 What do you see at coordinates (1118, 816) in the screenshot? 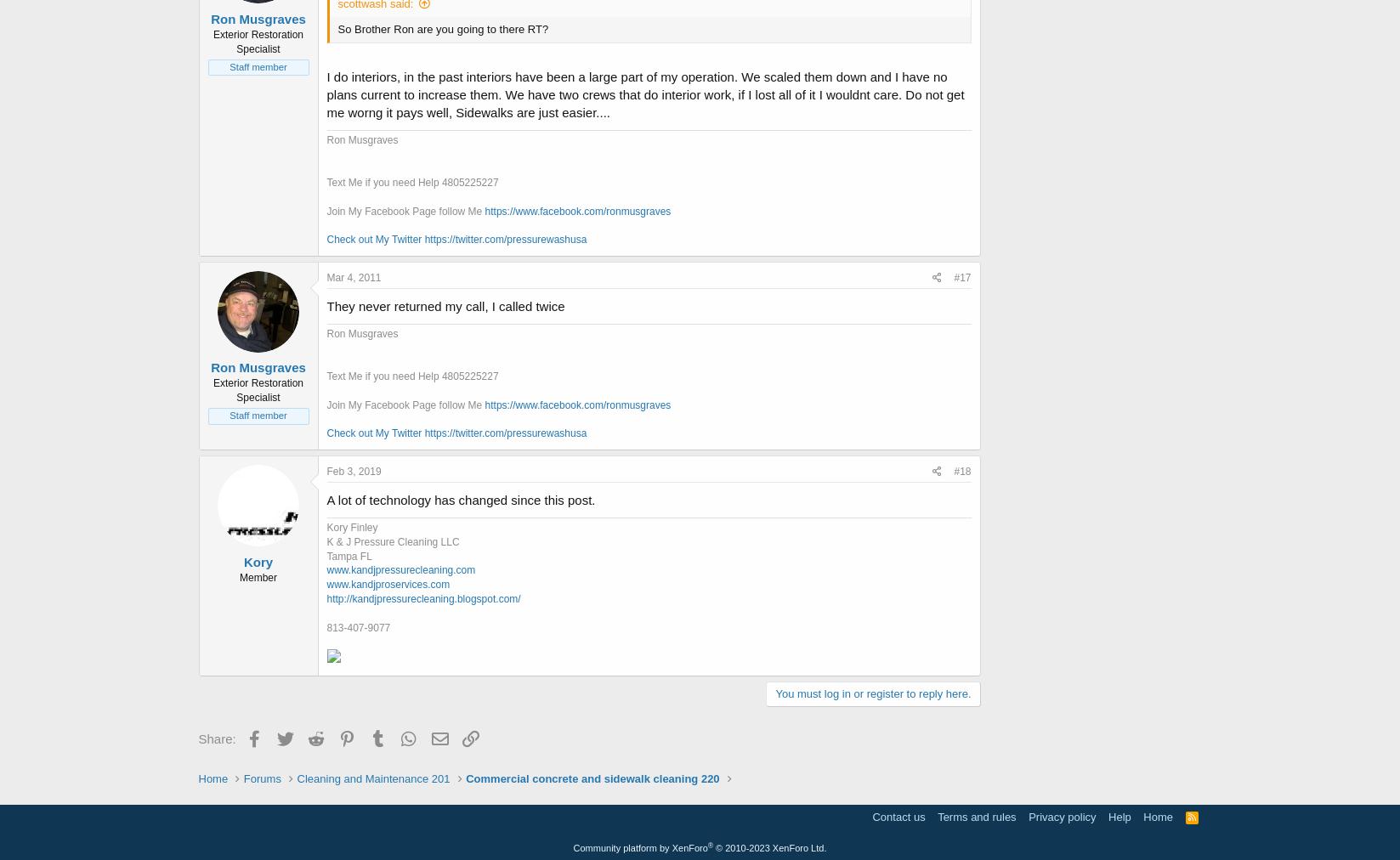
I see `'Help'` at bounding box center [1118, 816].